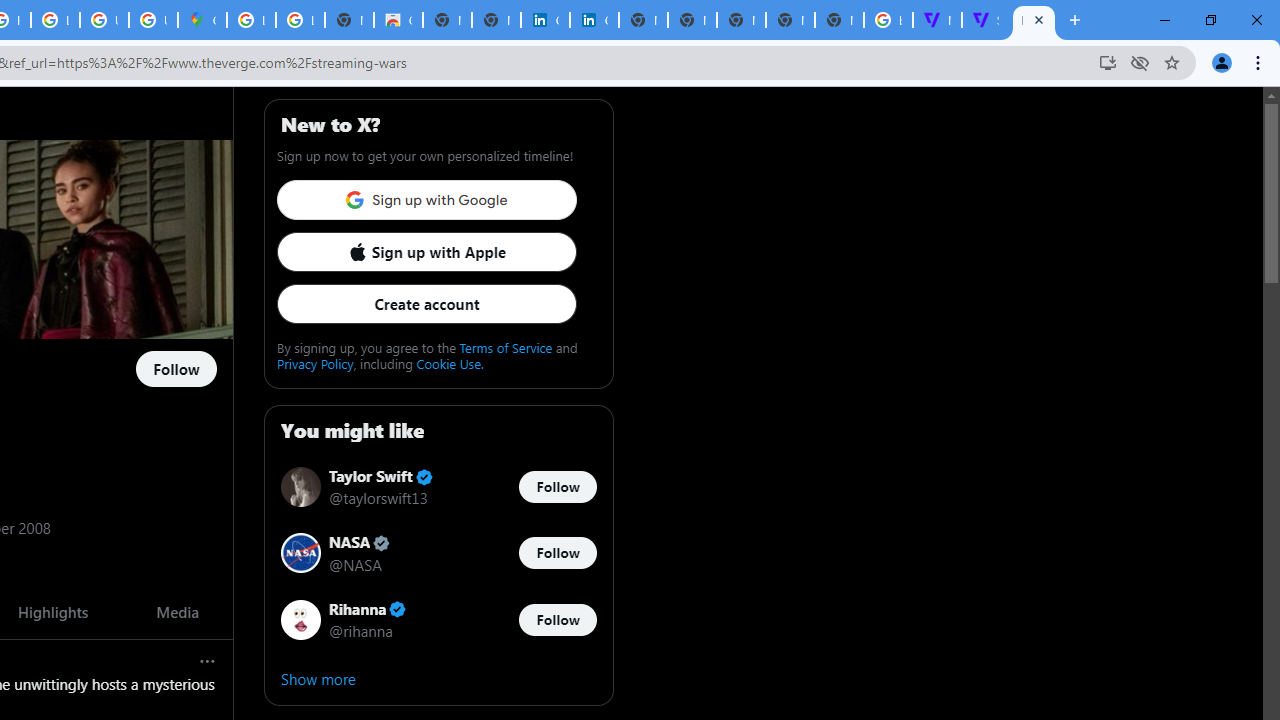 This screenshot has width=1280, height=720. What do you see at coordinates (557, 487) in the screenshot?
I see `'Follow @taylorswift13'` at bounding box center [557, 487].